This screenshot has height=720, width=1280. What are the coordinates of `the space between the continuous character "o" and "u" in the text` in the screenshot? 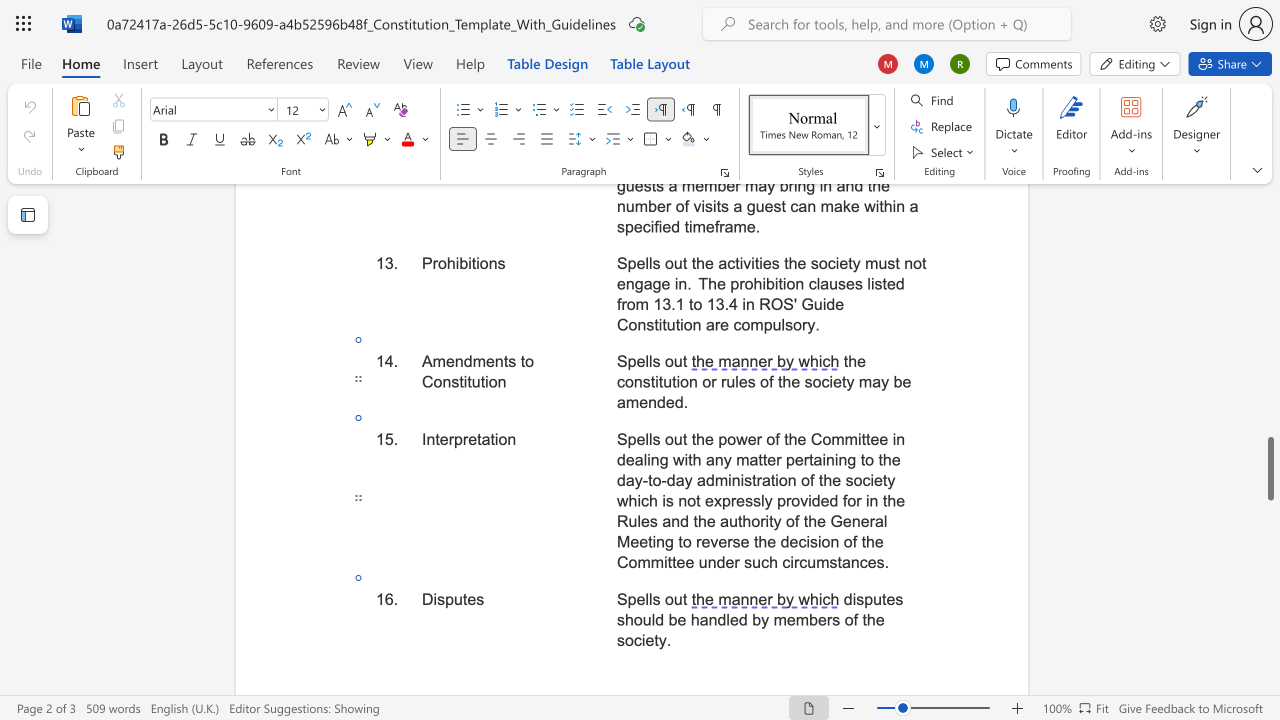 It's located at (673, 598).